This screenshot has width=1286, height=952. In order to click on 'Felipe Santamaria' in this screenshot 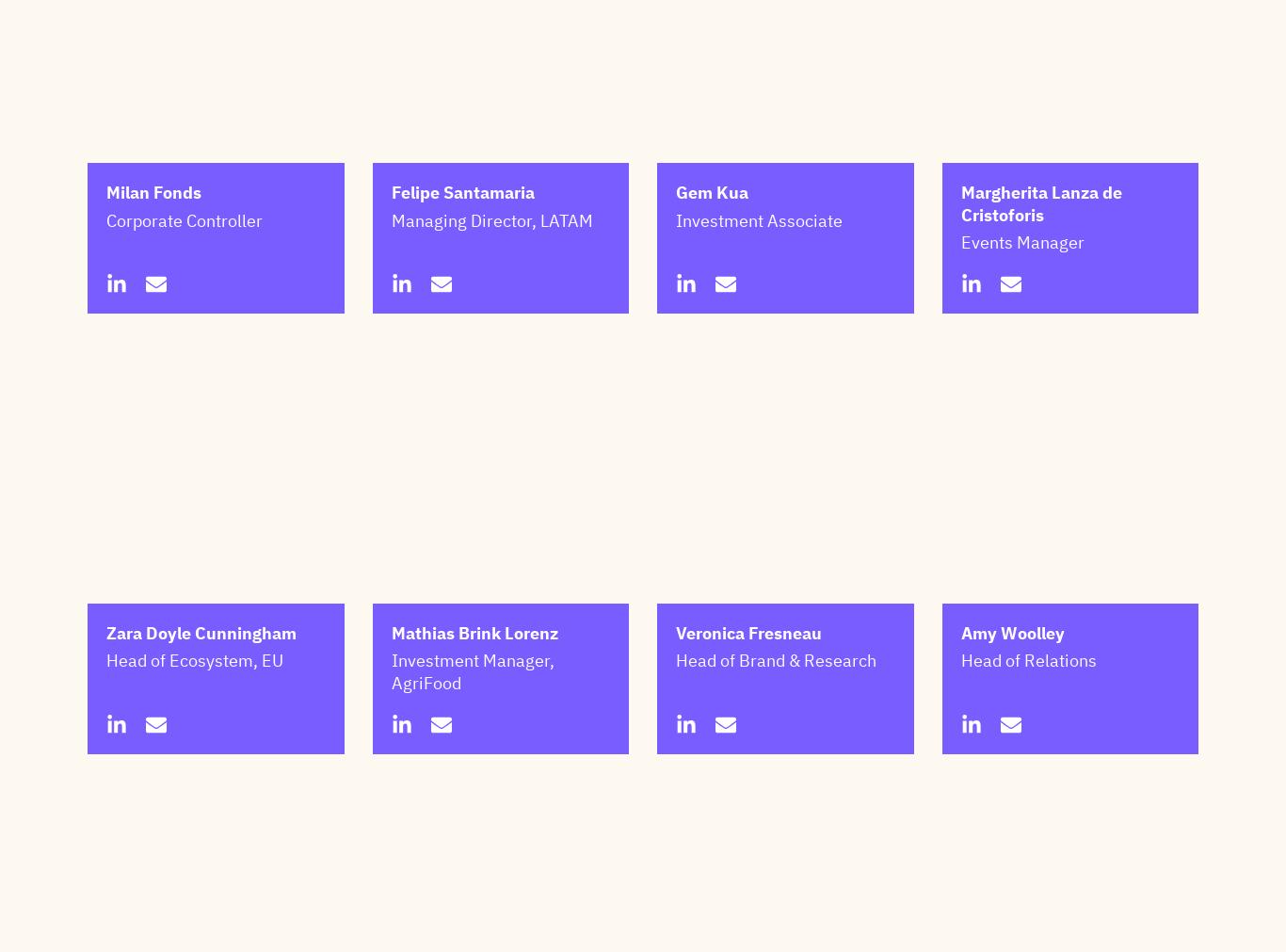, I will do `click(389, 286)`.